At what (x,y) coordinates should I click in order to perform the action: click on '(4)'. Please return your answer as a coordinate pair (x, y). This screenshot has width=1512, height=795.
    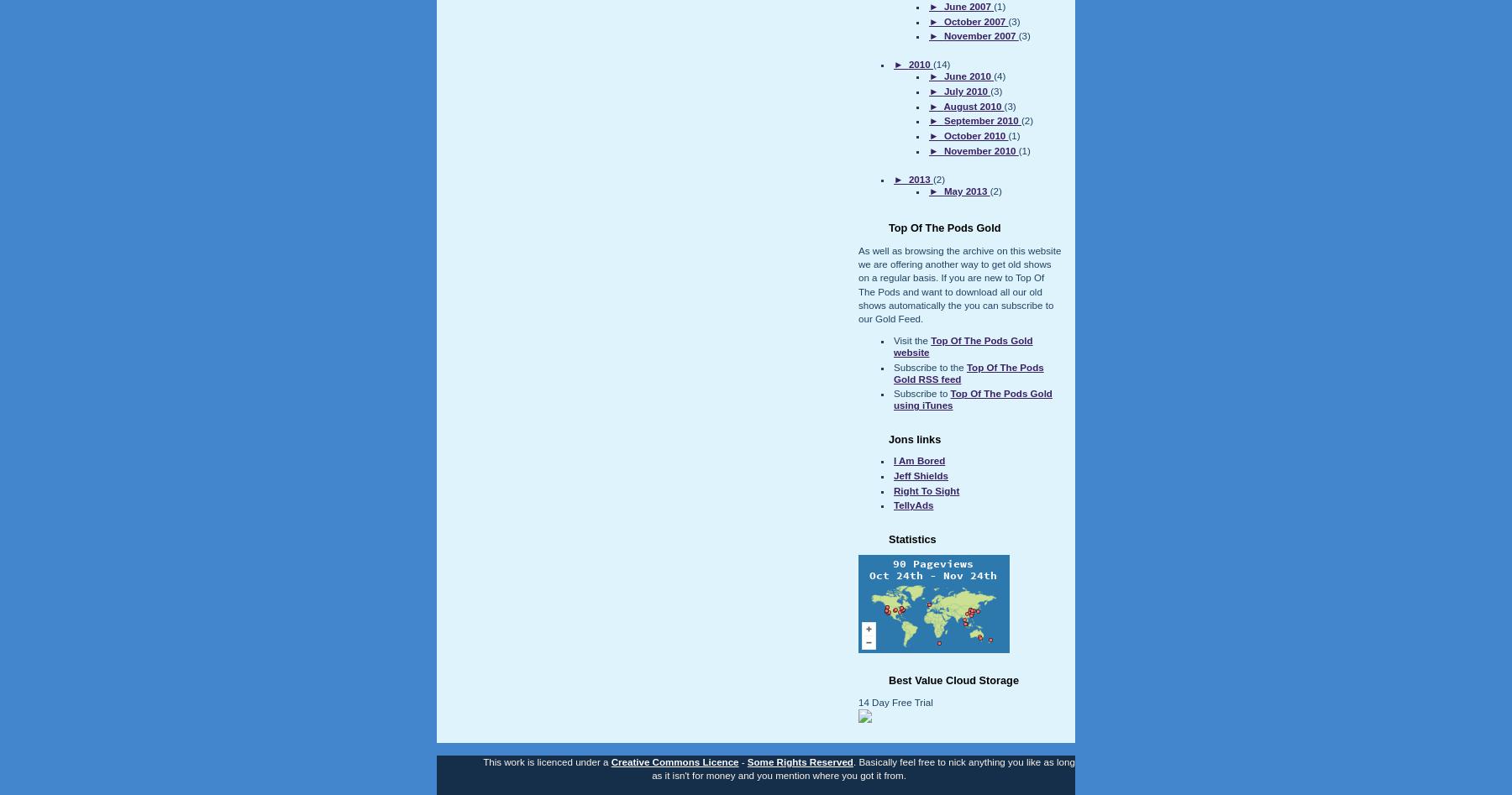
    Looking at the image, I should click on (998, 75).